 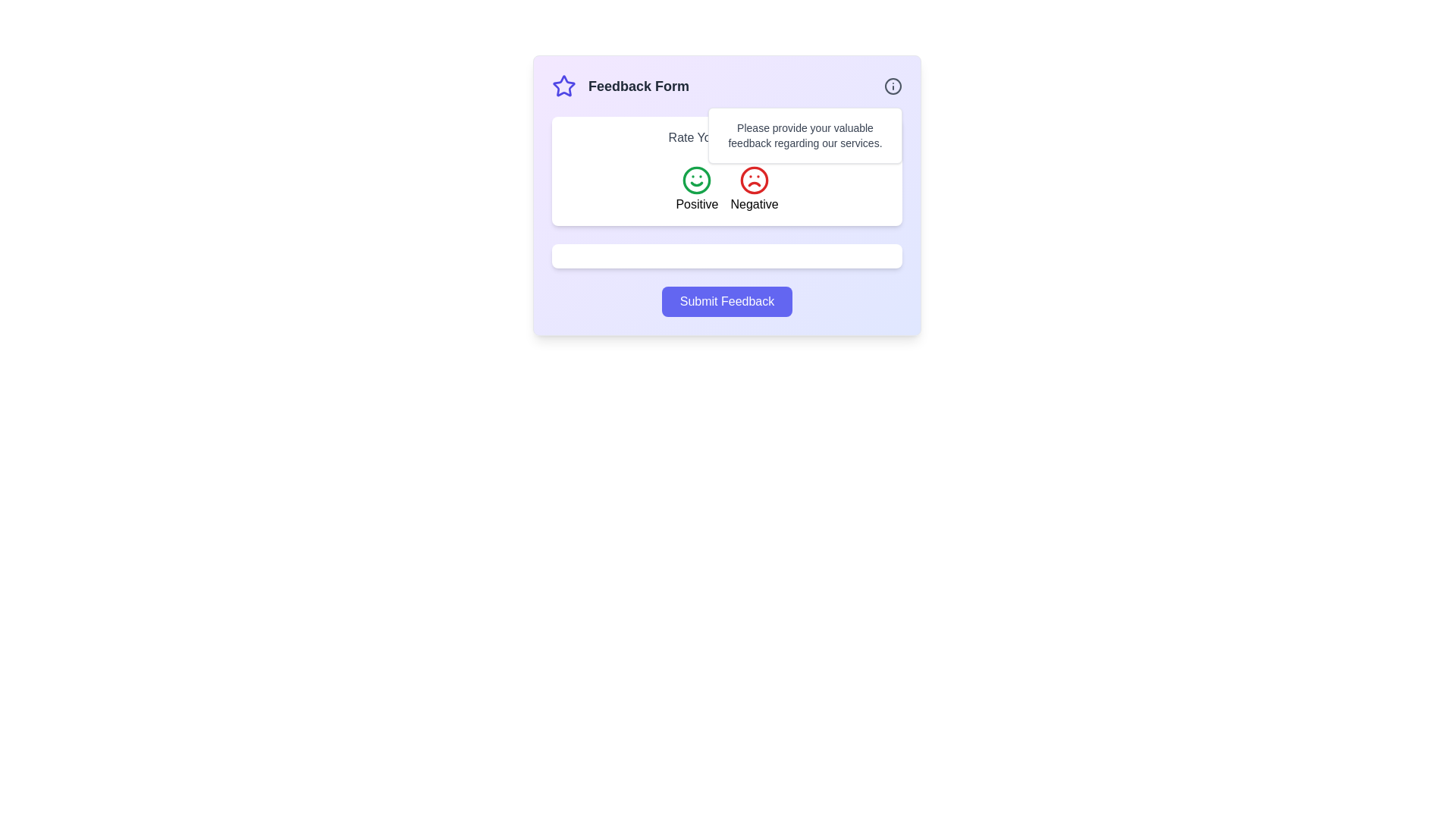 What do you see at coordinates (696, 180) in the screenshot?
I see `the positive feedback smiley face icon located under the 'Rate Your Feedback' heading to trigger visual feedback or tooltip information` at bounding box center [696, 180].